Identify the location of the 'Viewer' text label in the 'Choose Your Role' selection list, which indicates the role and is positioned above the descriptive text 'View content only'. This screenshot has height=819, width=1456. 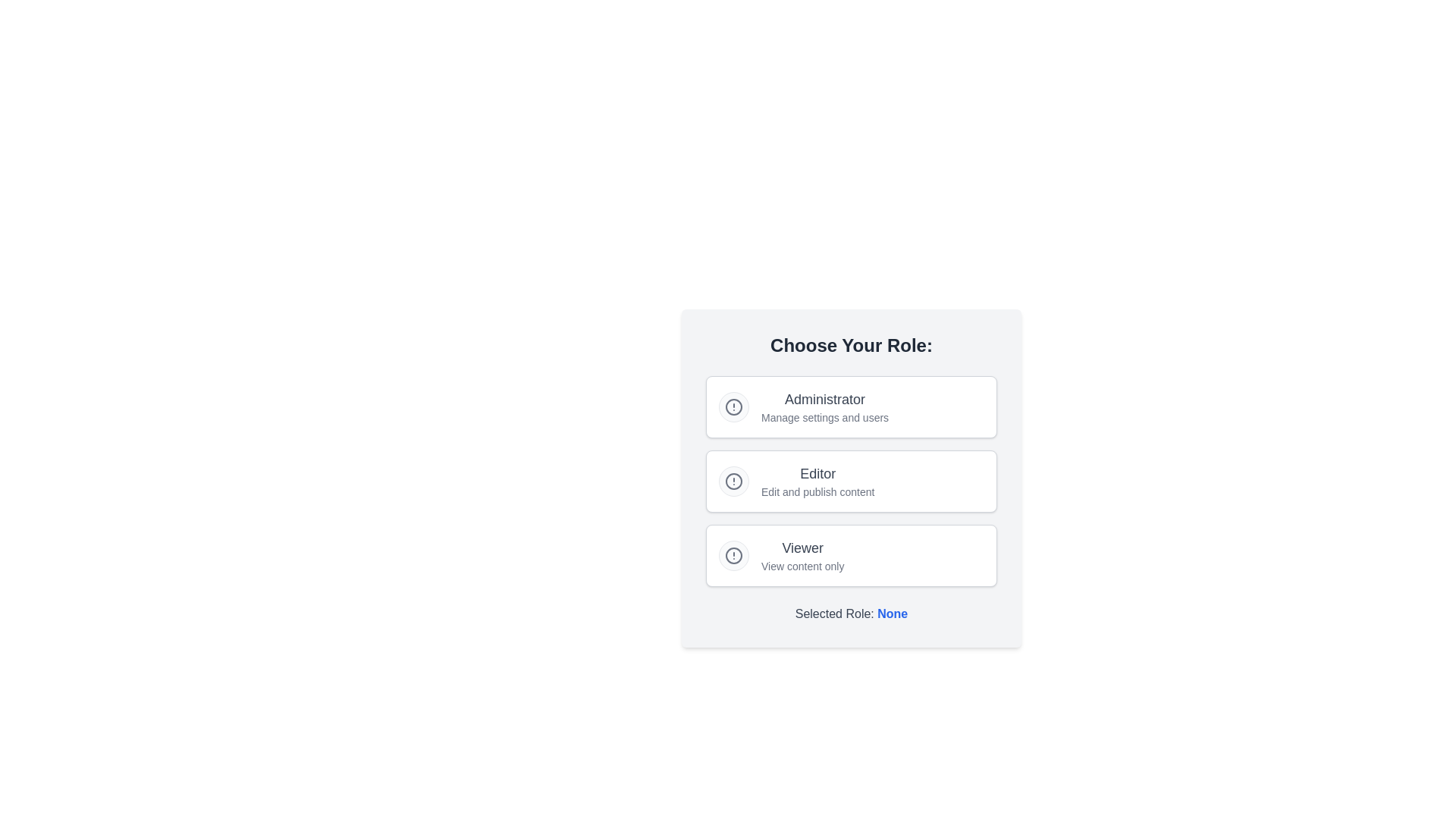
(802, 548).